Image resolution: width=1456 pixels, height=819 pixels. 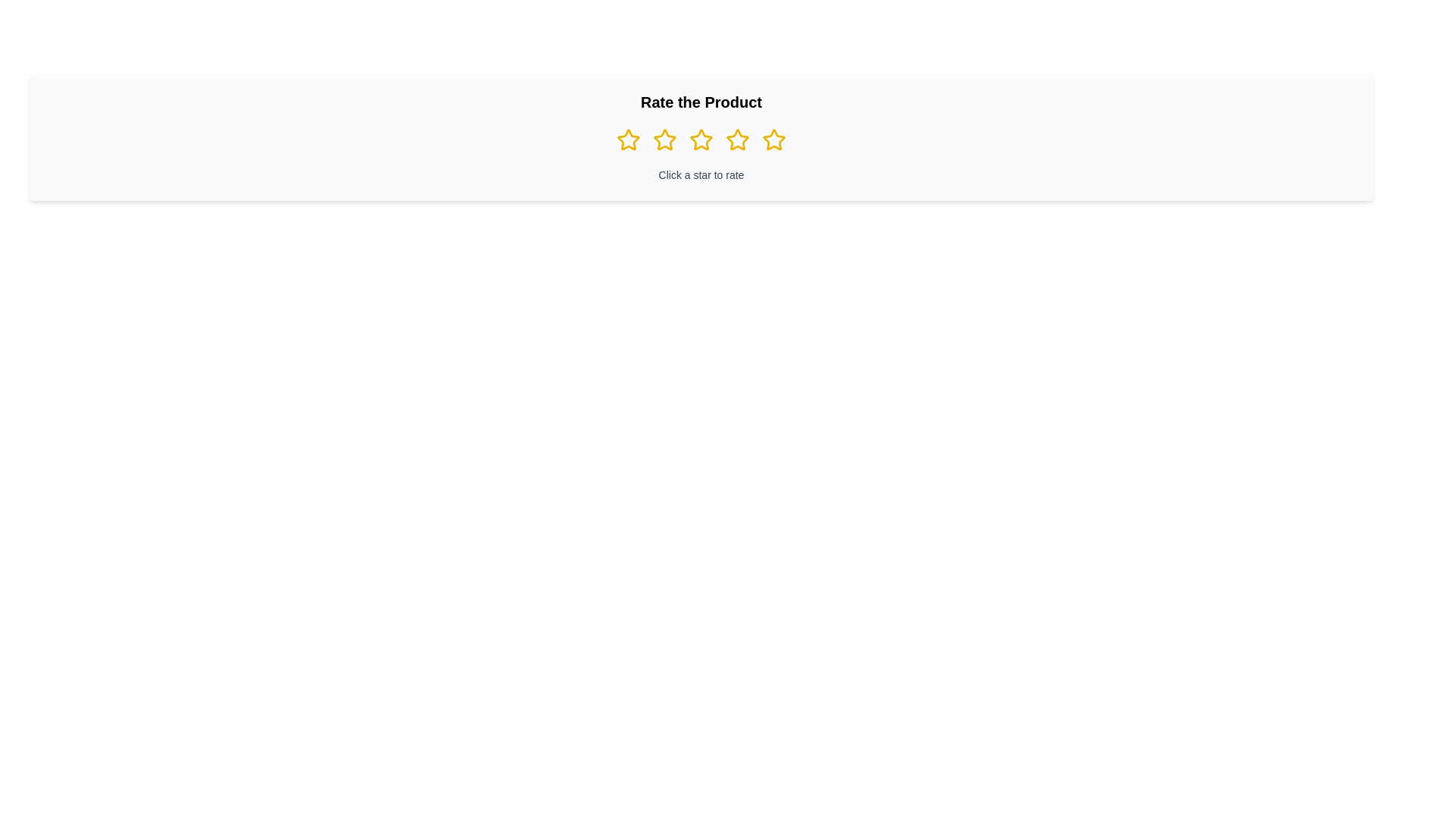 What do you see at coordinates (701, 174) in the screenshot?
I see `the instructional text label that guides users to interact with the rating stars above it, centrally aligned below the title 'Rate the Product'` at bounding box center [701, 174].